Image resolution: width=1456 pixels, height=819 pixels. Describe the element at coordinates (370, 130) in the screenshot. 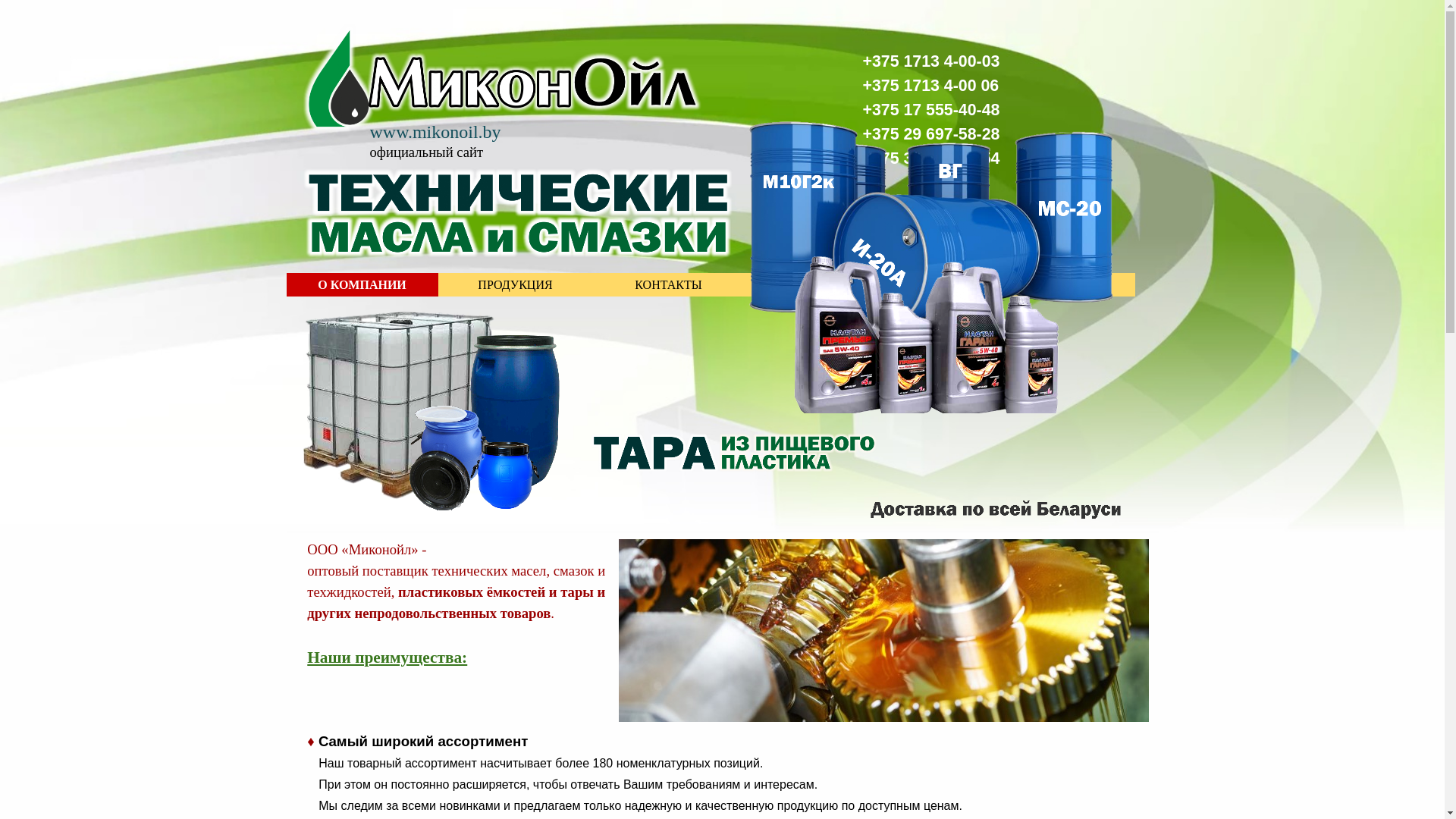

I see `'www.mikonoil.by'` at that location.